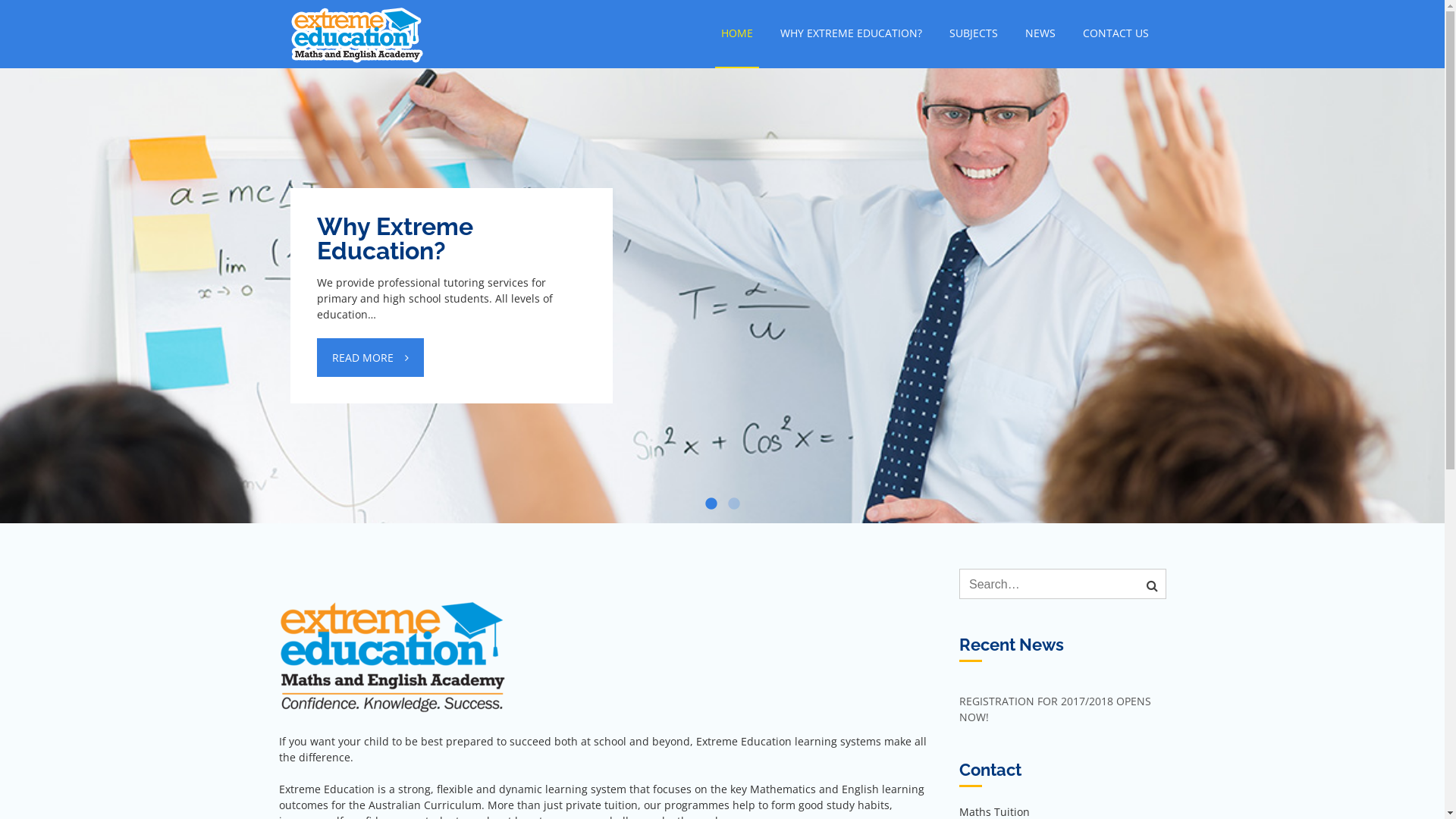 This screenshot has height=819, width=1456. What do you see at coordinates (1054, 708) in the screenshot?
I see `'REGISTRATION FOR 2017/2018 OPENS NOW!'` at bounding box center [1054, 708].